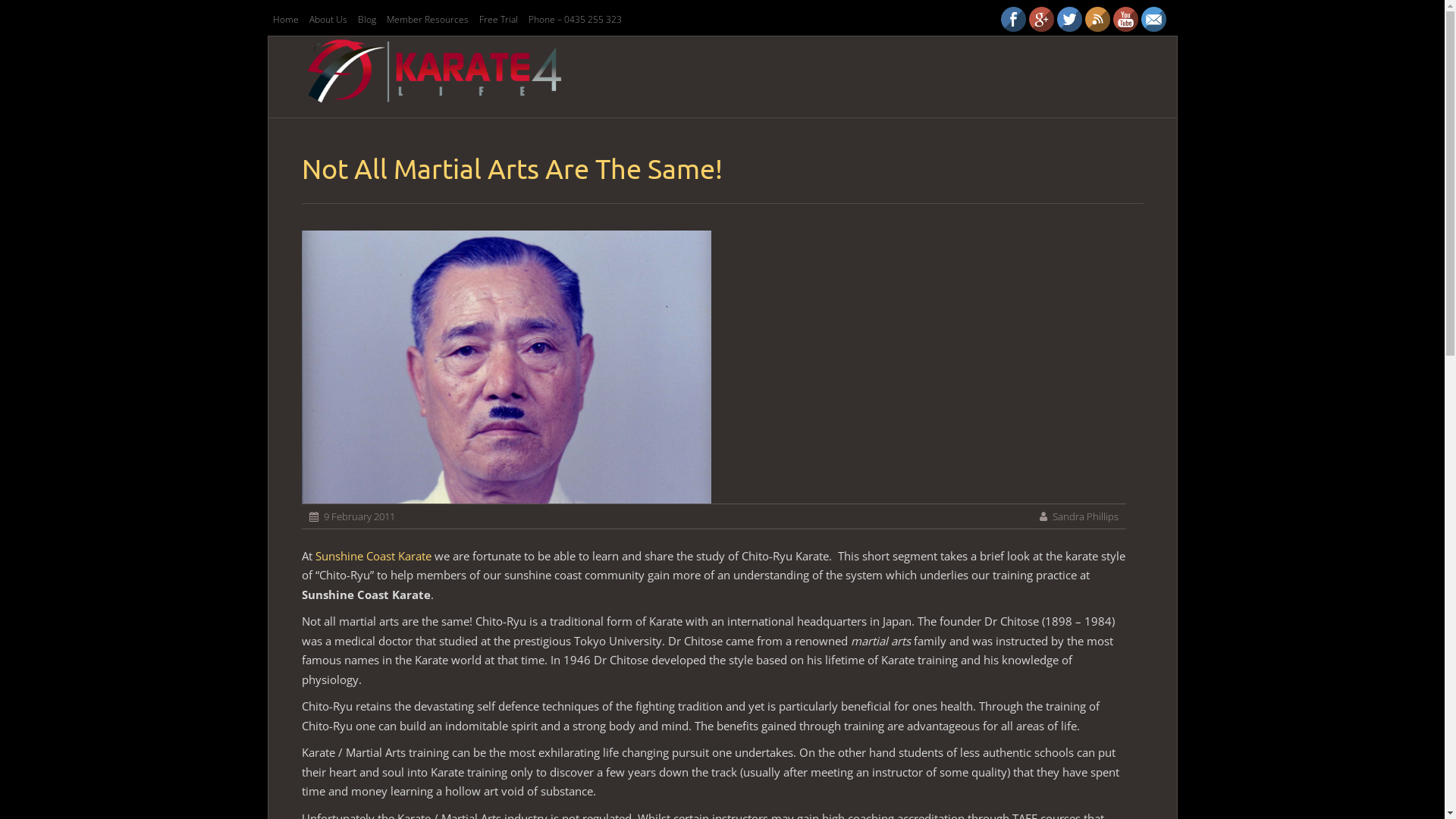 The width and height of the screenshot is (1456, 819). I want to click on 'Member Resources', so click(425, 19).